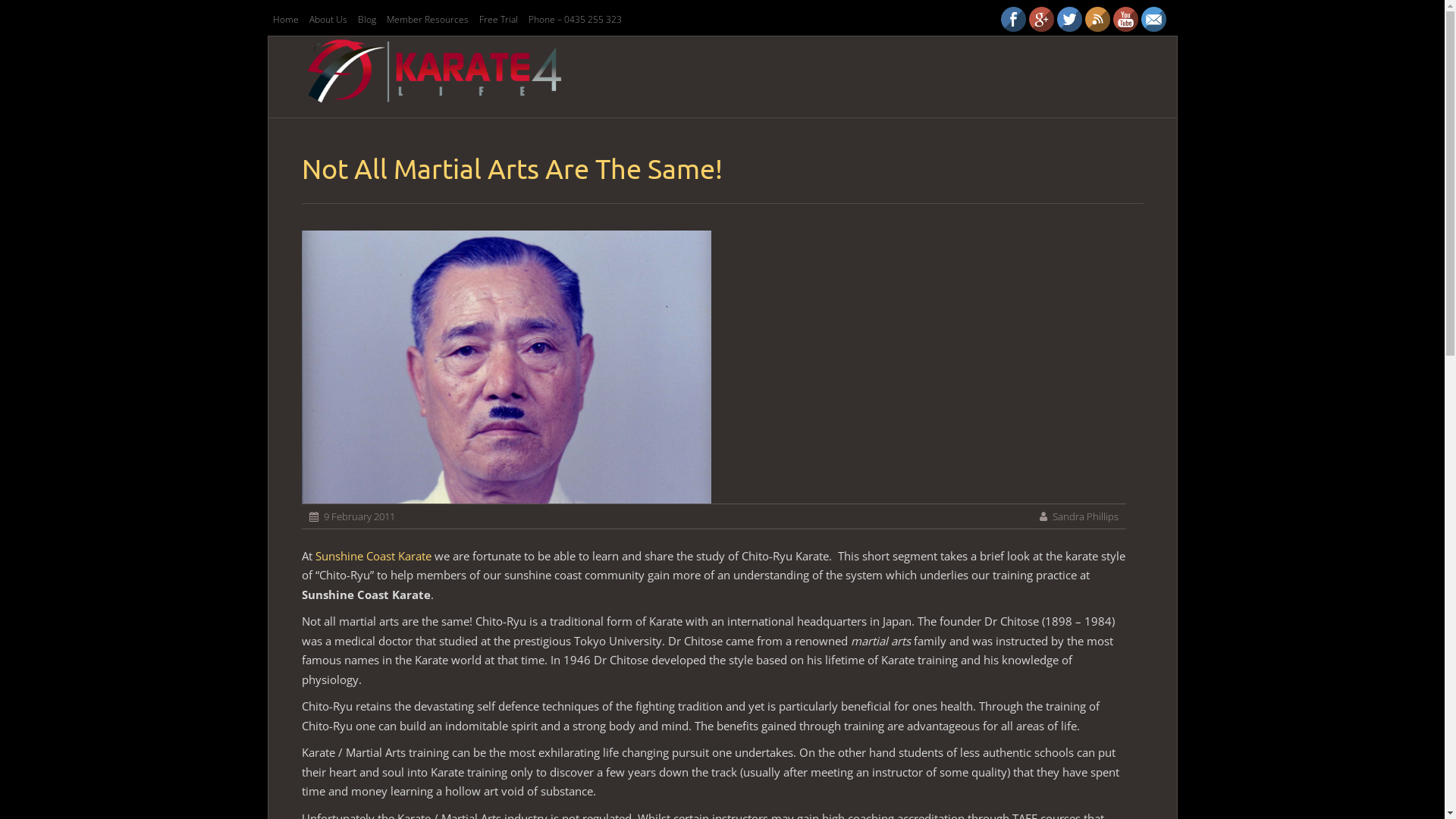 The width and height of the screenshot is (1456, 819). I want to click on 'Member Resources', so click(425, 19).